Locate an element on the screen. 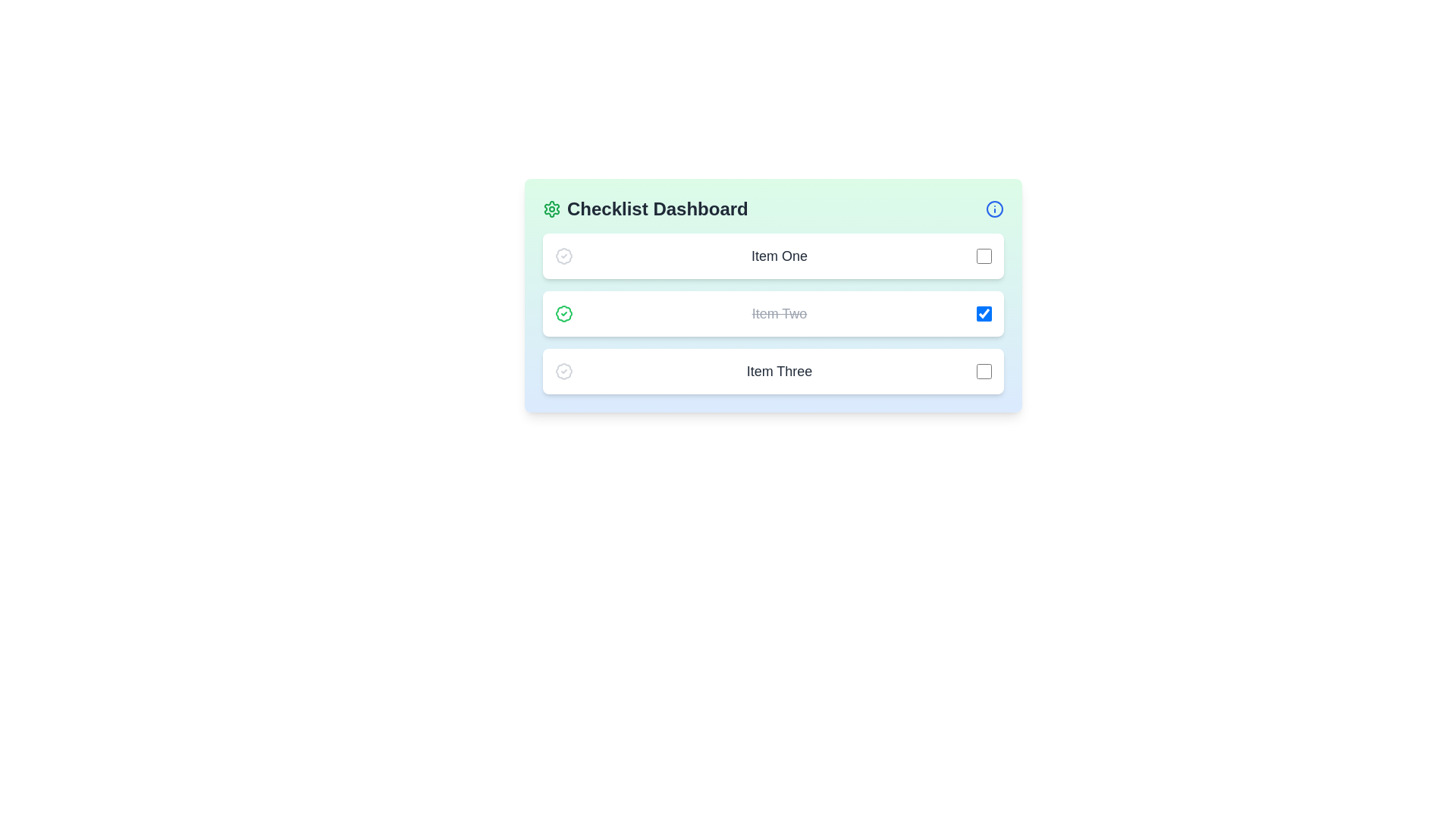 Image resolution: width=1456 pixels, height=819 pixels. the status marker icon that indicates 'completed' or 'verified' status for 'Item Two' is located at coordinates (563, 312).